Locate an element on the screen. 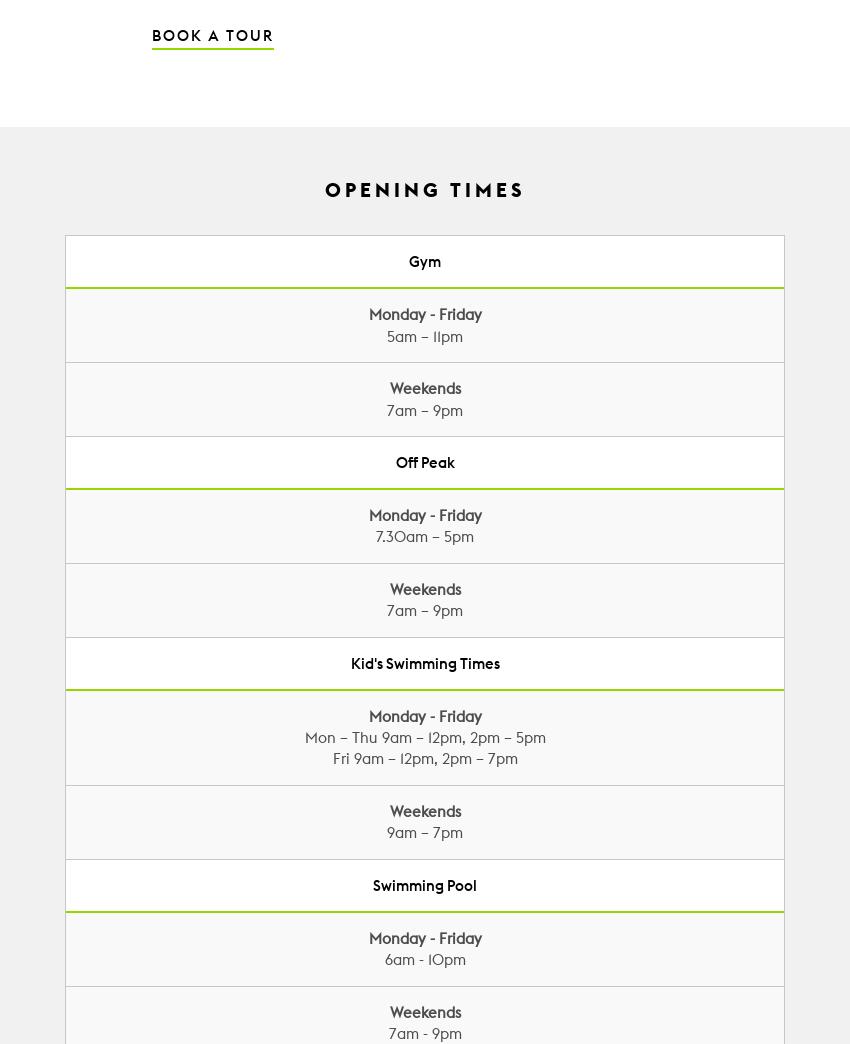 The height and width of the screenshot is (1044, 850). '6am - 10pm' is located at coordinates (424, 958).